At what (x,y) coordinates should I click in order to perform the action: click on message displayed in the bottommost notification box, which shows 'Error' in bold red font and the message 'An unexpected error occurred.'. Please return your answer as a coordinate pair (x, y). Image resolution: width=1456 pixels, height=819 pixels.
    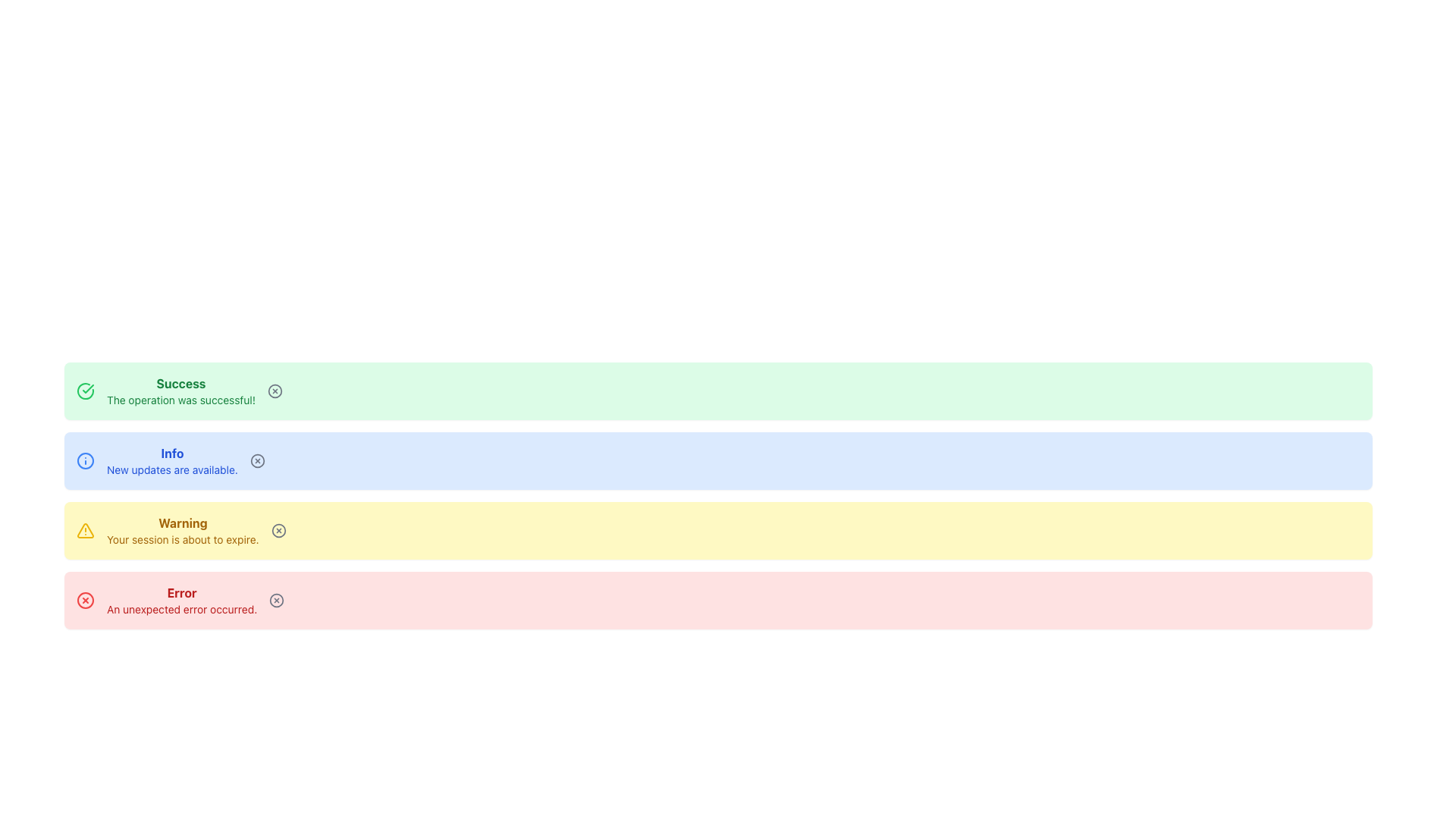
    Looking at the image, I should click on (182, 599).